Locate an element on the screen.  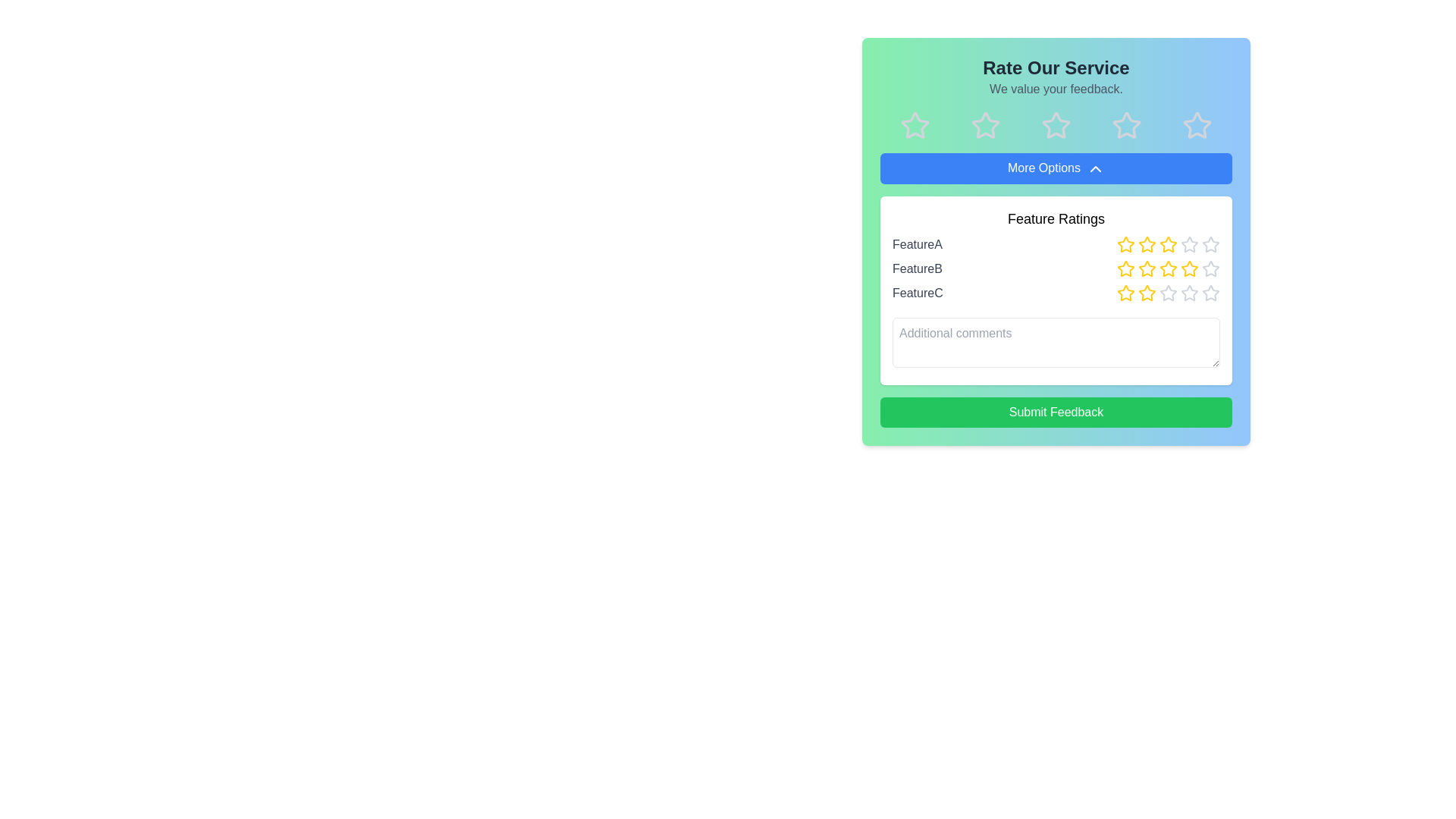
the third star in the rating system under the 'FeatureB' label is located at coordinates (1167, 268).